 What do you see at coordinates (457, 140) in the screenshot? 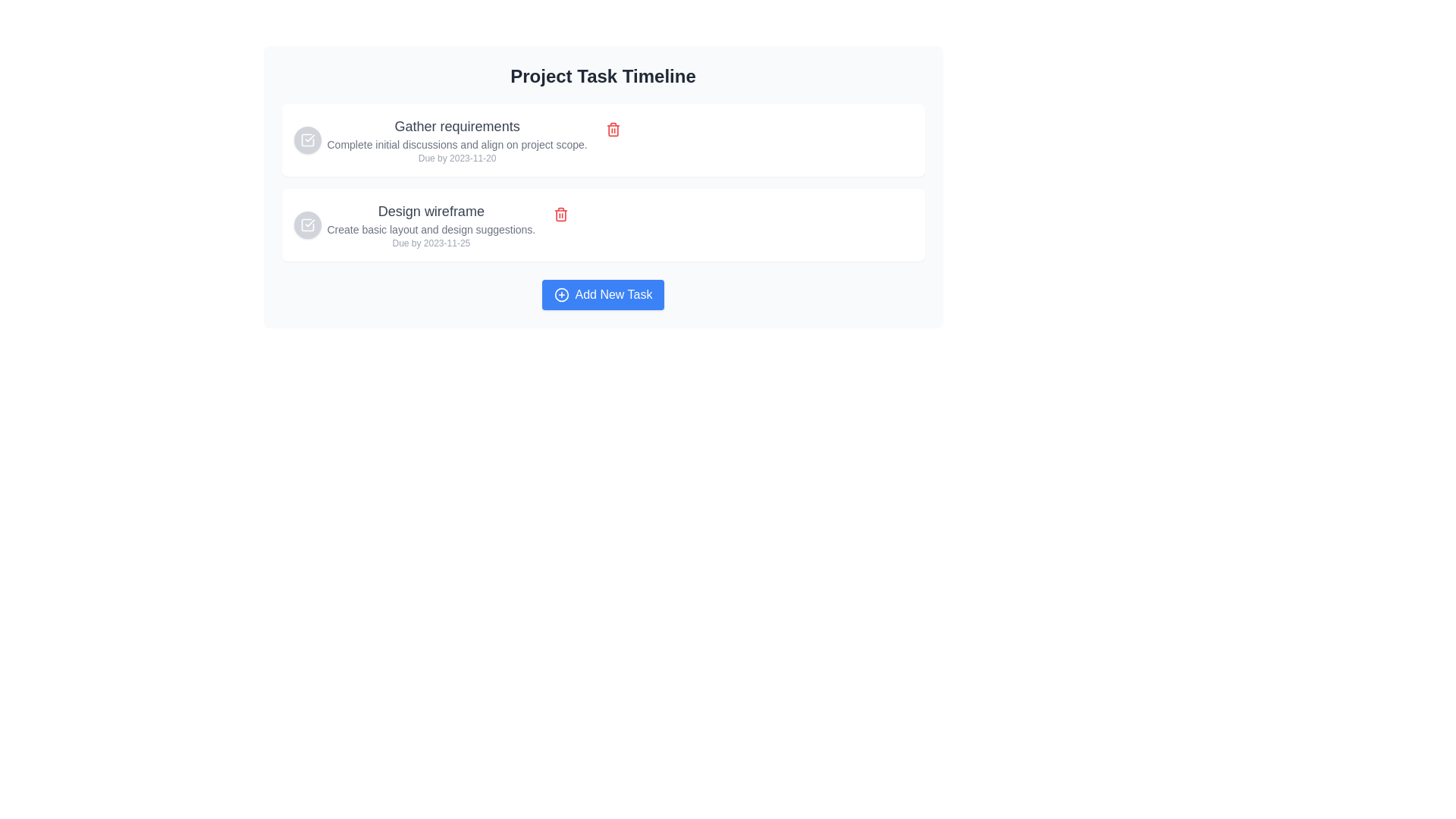
I see `the Task Information Block that provides task details and a due date` at bounding box center [457, 140].